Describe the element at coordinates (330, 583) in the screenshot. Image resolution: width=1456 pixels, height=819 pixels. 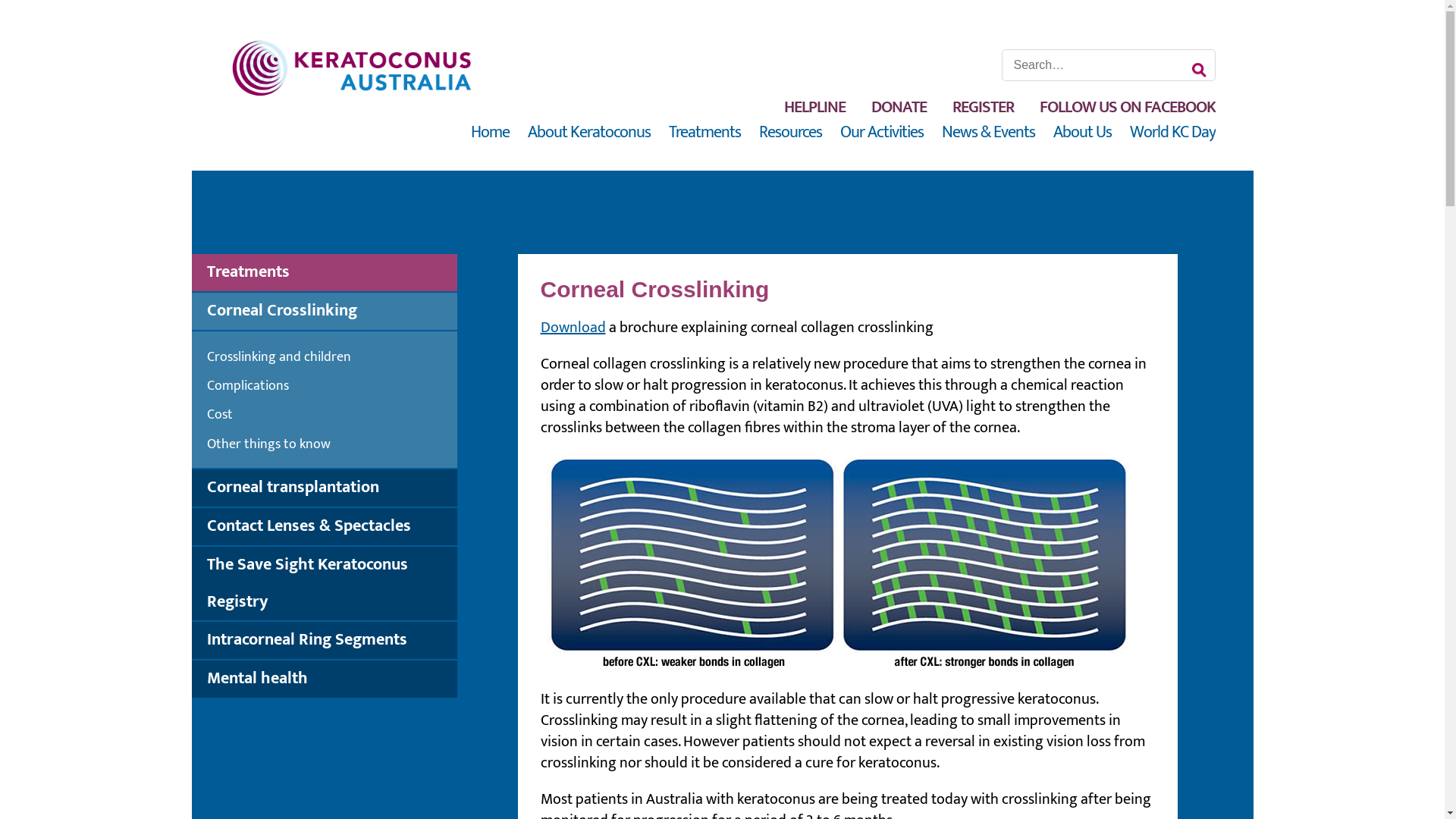
I see `'The Save Sight Keratoconus Registry'` at that location.